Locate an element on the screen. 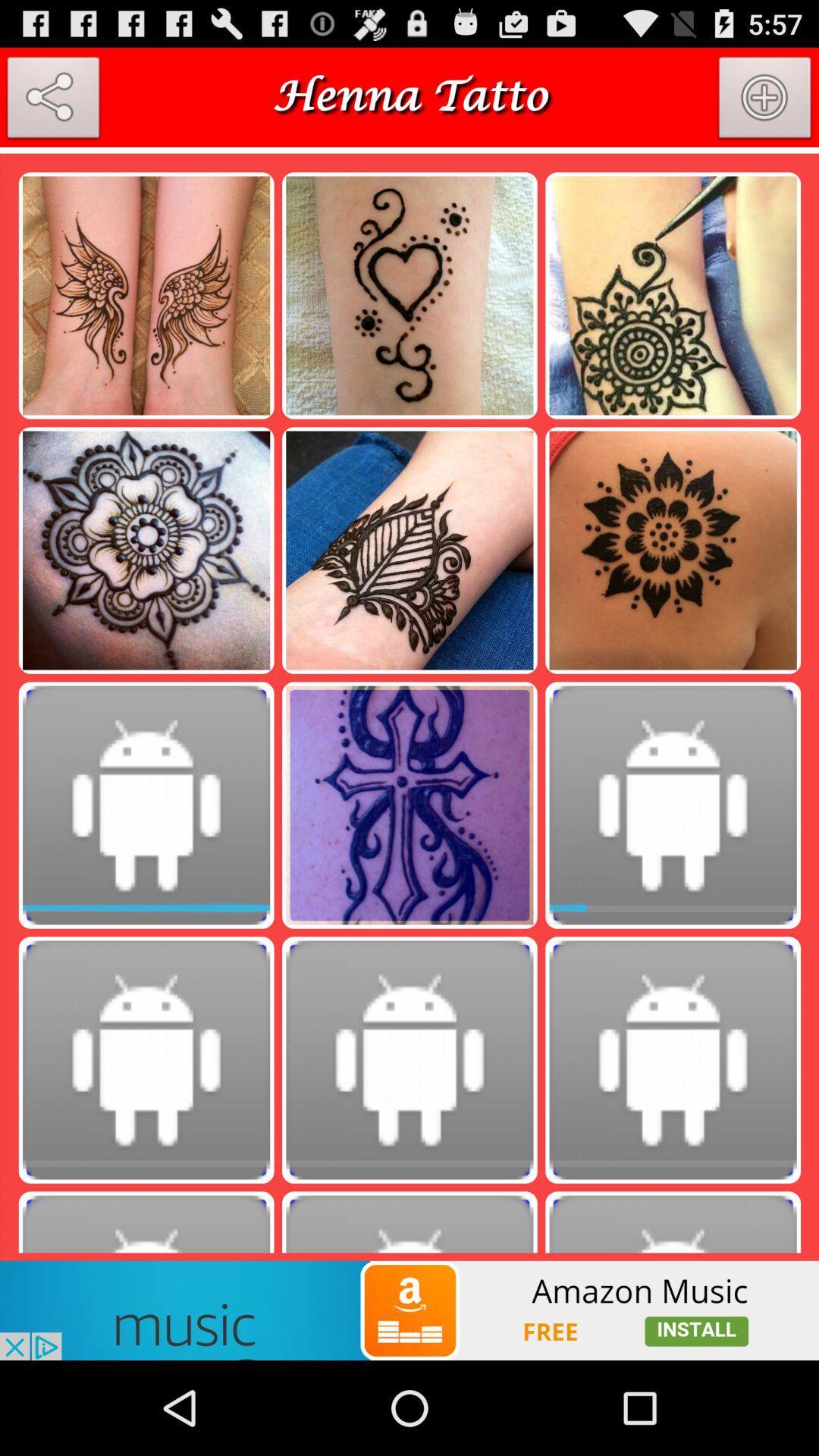 The height and width of the screenshot is (1456, 819). photo is located at coordinates (765, 100).